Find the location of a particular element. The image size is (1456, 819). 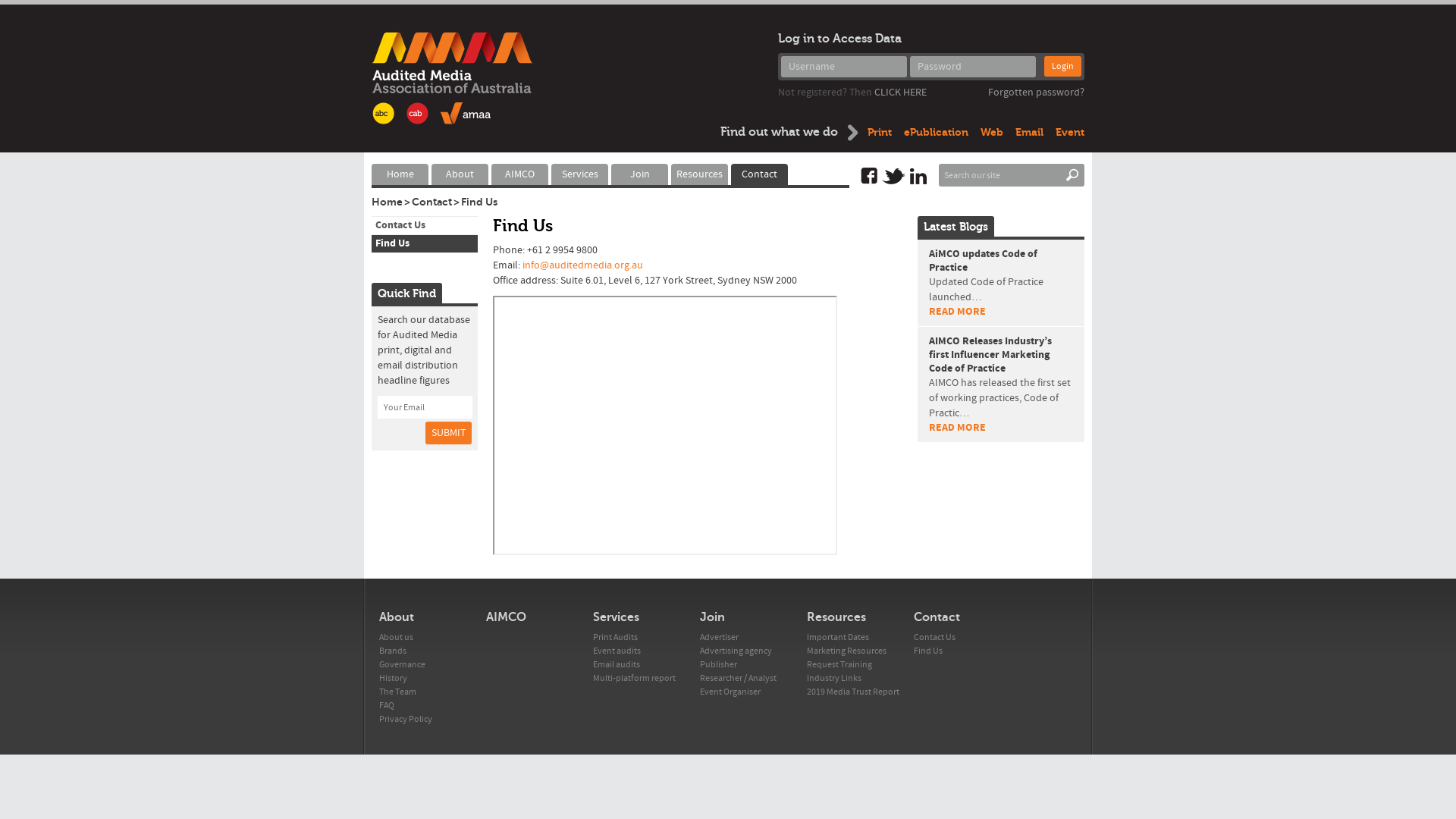

'Linkedin' is located at coordinates (917, 174).